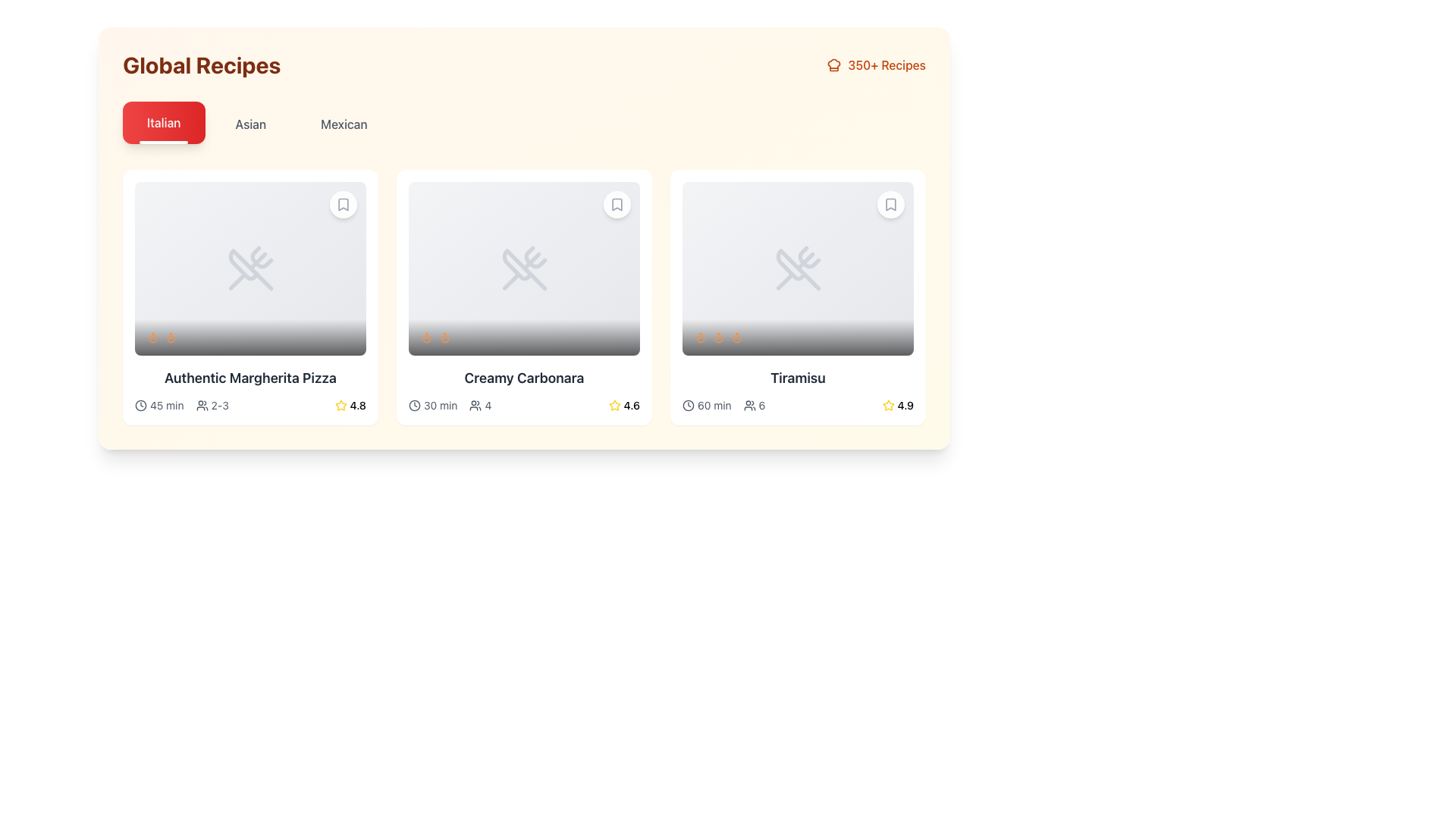  What do you see at coordinates (687, 404) in the screenshot?
I see `the clock icon next to the '60 min' text in the third card titled 'Tiramisu' under the 'Italian' category` at bounding box center [687, 404].